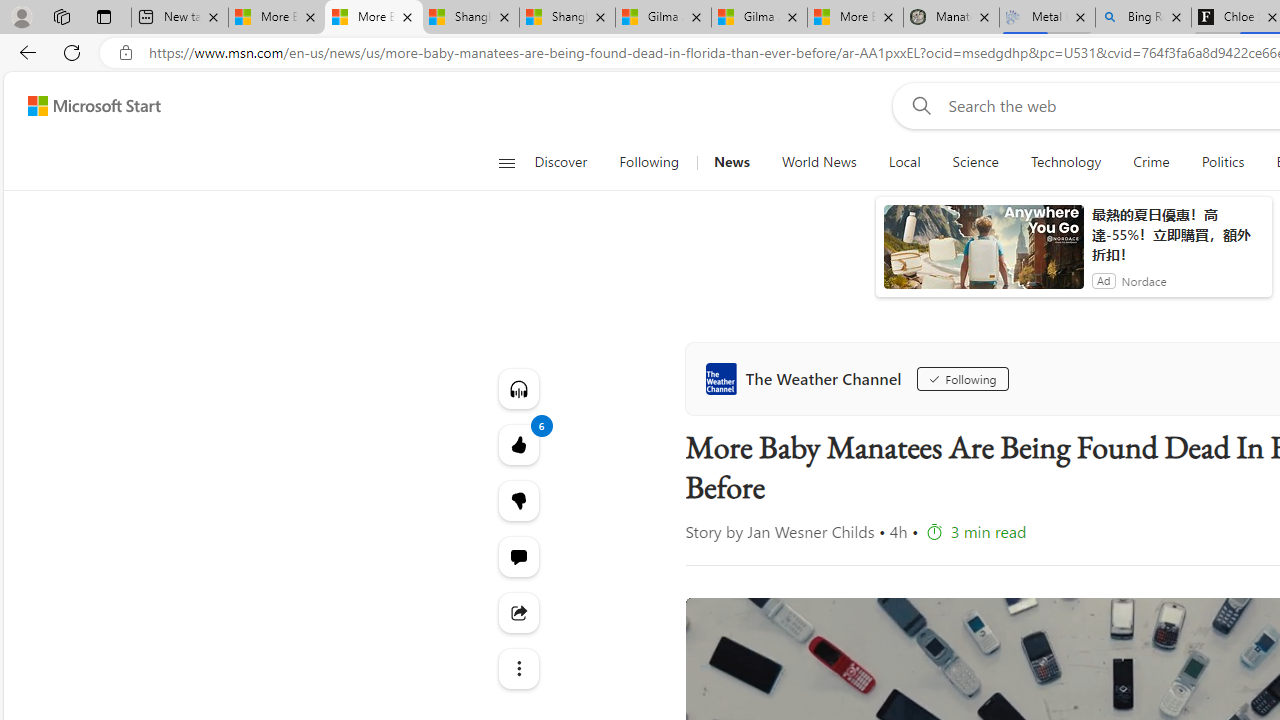 The width and height of the screenshot is (1280, 720). What do you see at coordinates (1222, 162) in the screenshot?
I see `'Politics'` at bounding box center [1222, 162].